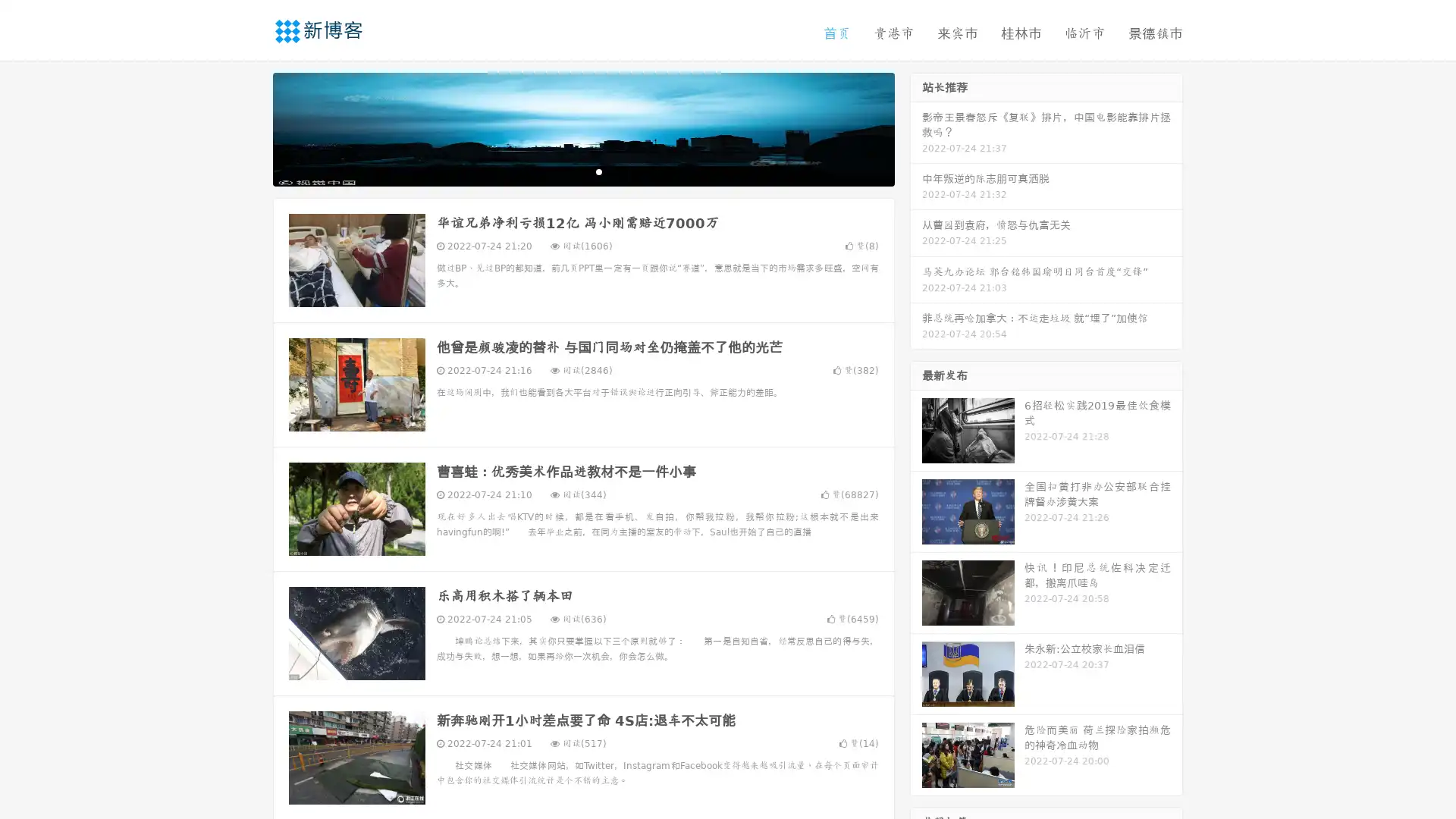 This screenshot has width=1456, height=819. Describe the element at coordinates (567, 171) in the screenshot. I see `Go to slide 1` at that location.